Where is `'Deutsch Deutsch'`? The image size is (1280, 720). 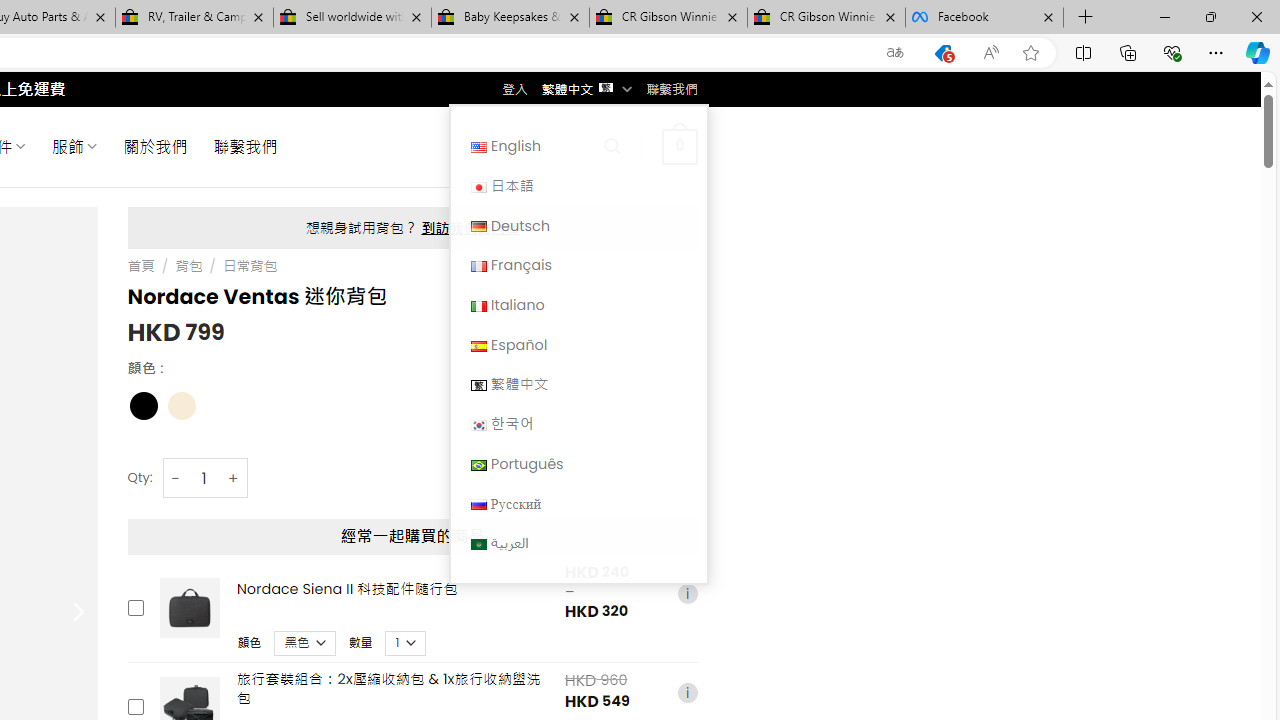 'Deutsch Deutsch' is located at coordinates (577, 225).